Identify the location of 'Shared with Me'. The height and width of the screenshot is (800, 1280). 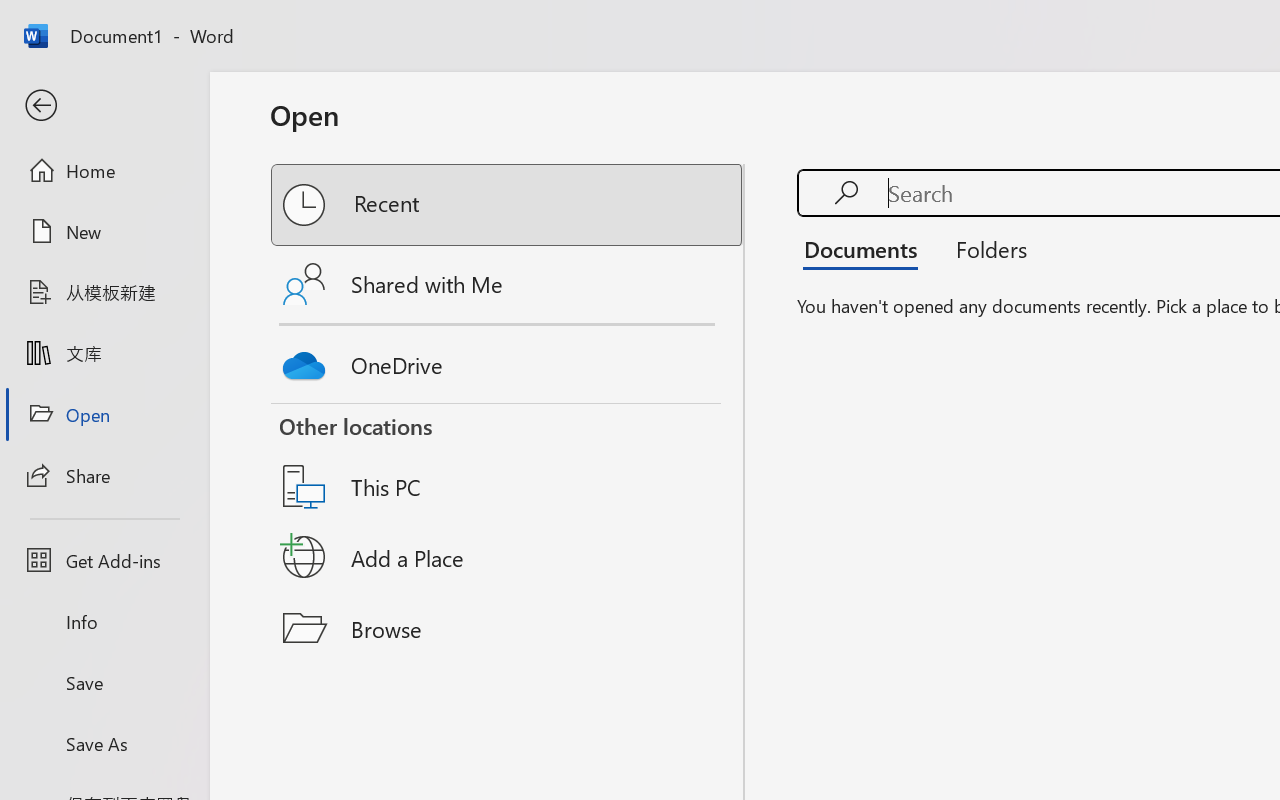
(508, 284).